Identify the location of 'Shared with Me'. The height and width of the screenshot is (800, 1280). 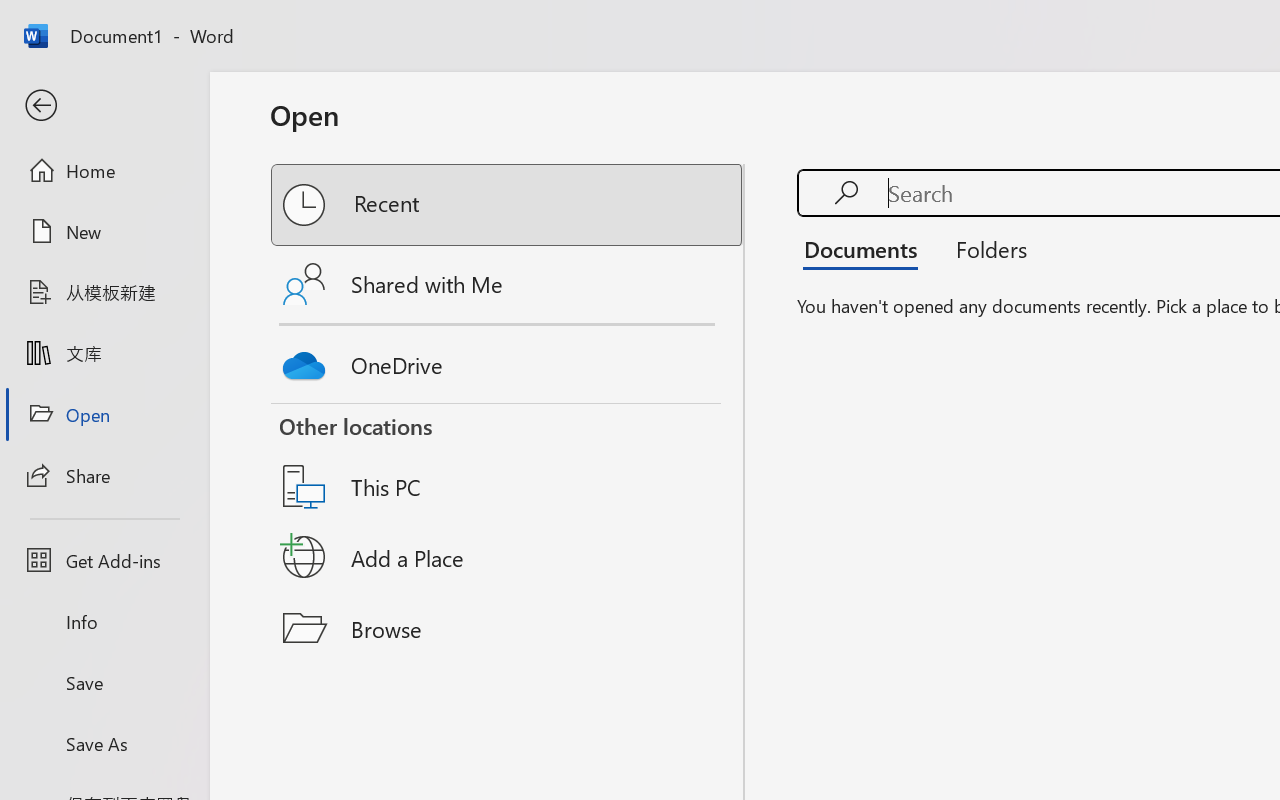
(508, 284).